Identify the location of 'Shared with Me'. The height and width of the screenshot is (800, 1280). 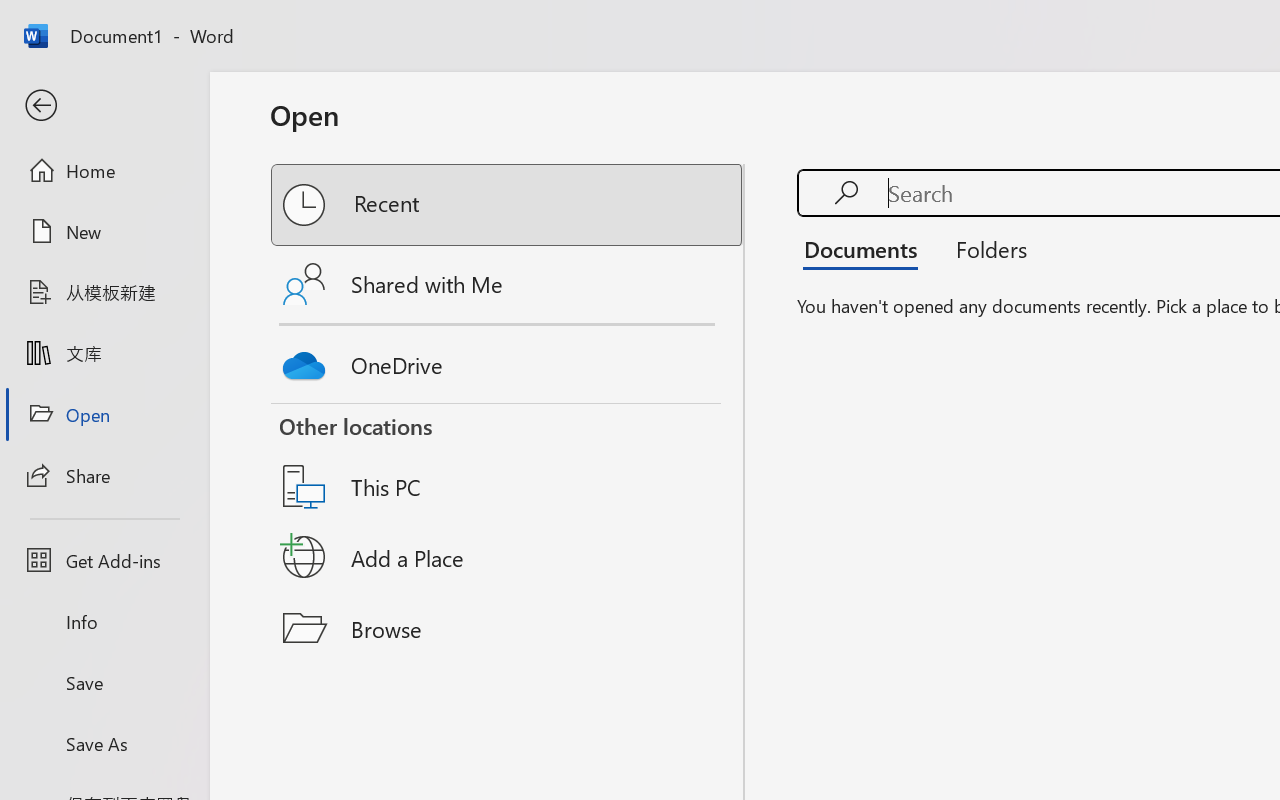
(508, 284).